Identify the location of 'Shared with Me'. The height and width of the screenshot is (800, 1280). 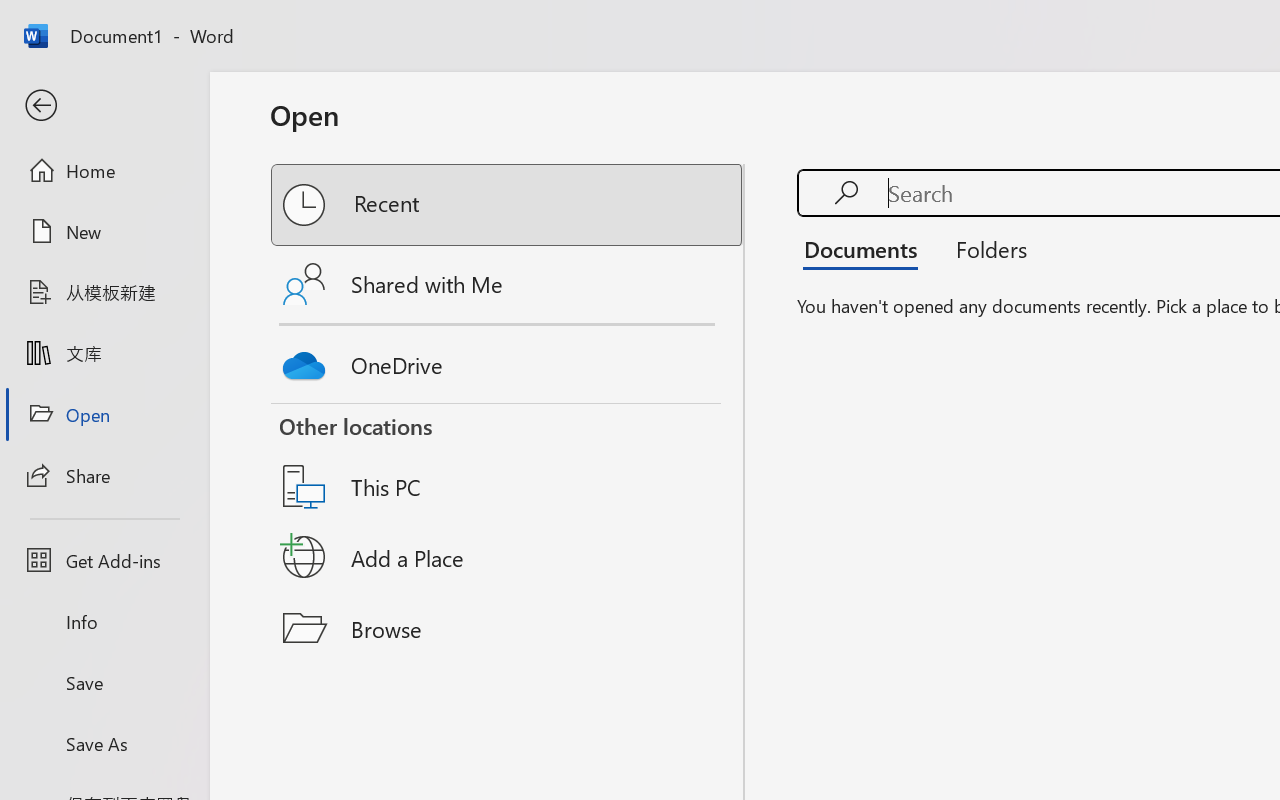
(508, 284).